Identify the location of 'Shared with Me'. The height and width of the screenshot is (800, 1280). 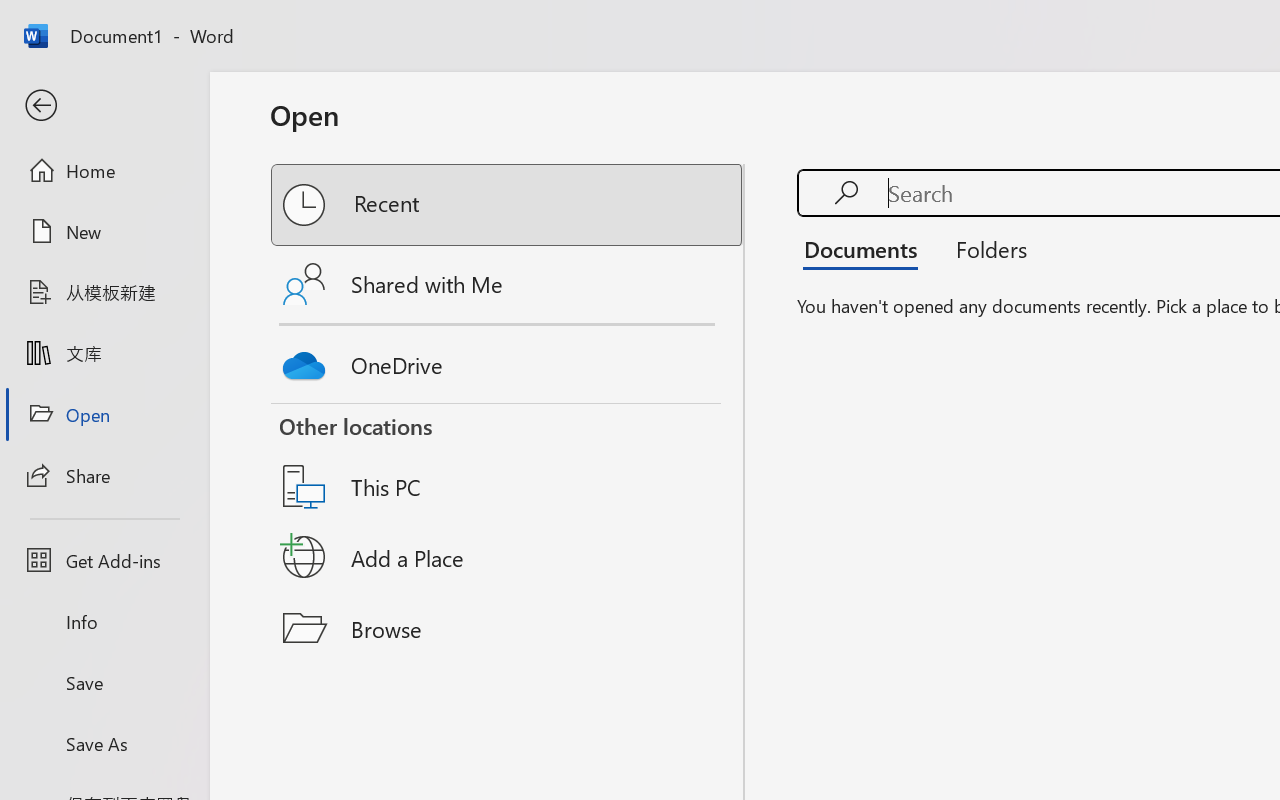
(508, 284).